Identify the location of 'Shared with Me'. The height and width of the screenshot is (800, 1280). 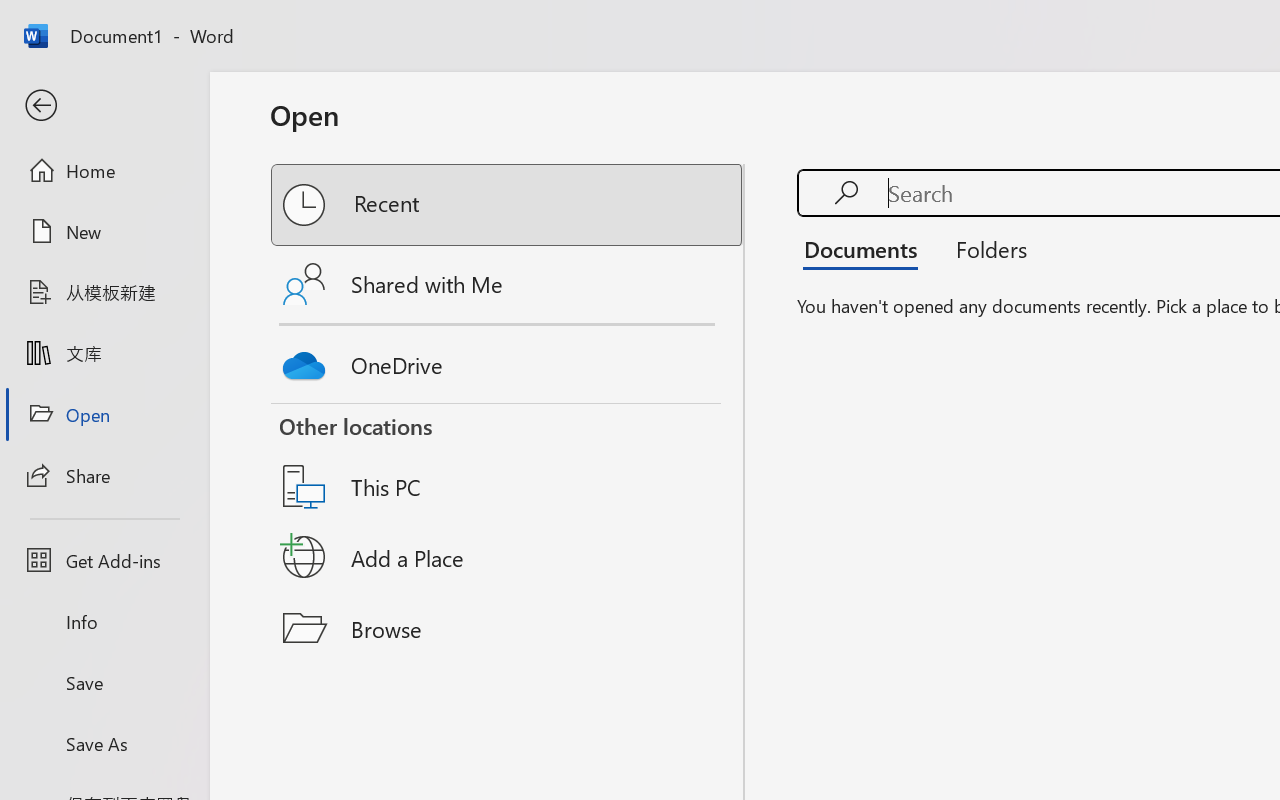
(508, 284).